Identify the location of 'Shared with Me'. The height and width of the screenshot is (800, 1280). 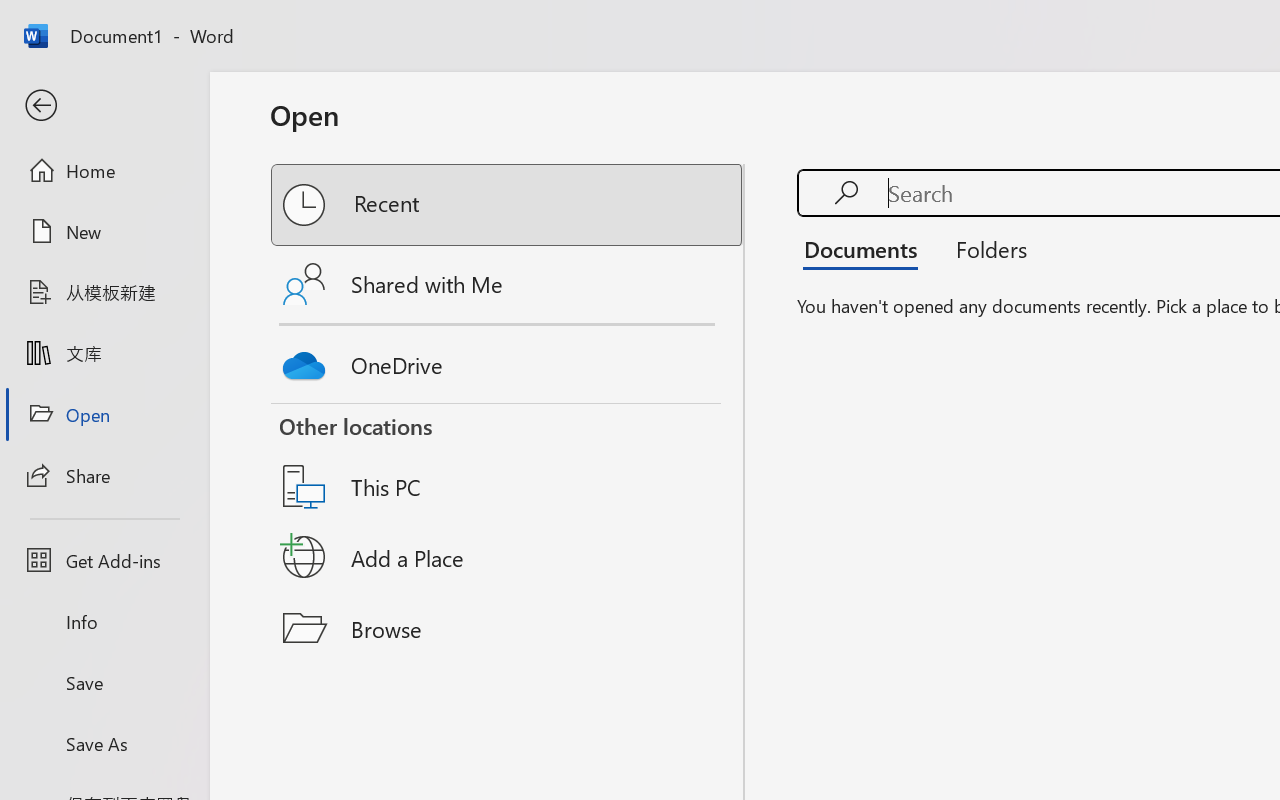
(508, 284).